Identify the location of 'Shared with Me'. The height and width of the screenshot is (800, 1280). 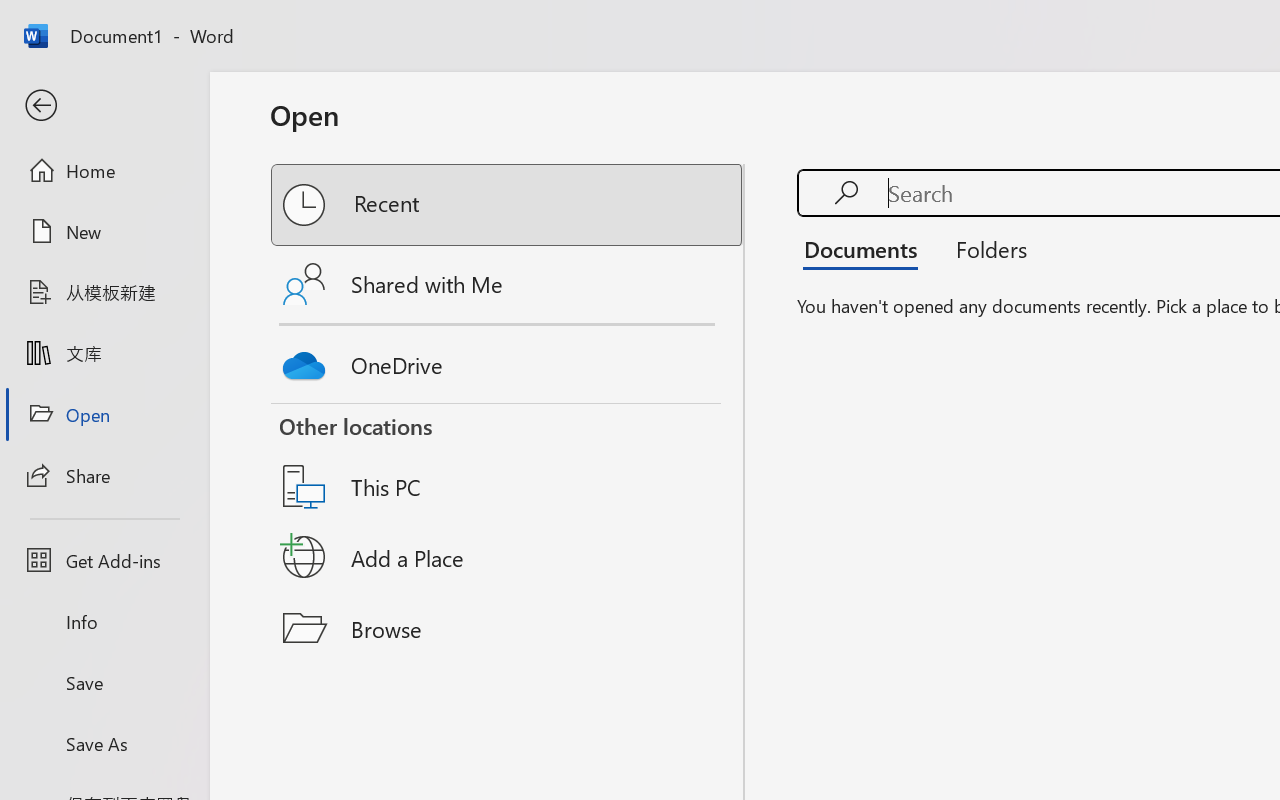
(508, 284).